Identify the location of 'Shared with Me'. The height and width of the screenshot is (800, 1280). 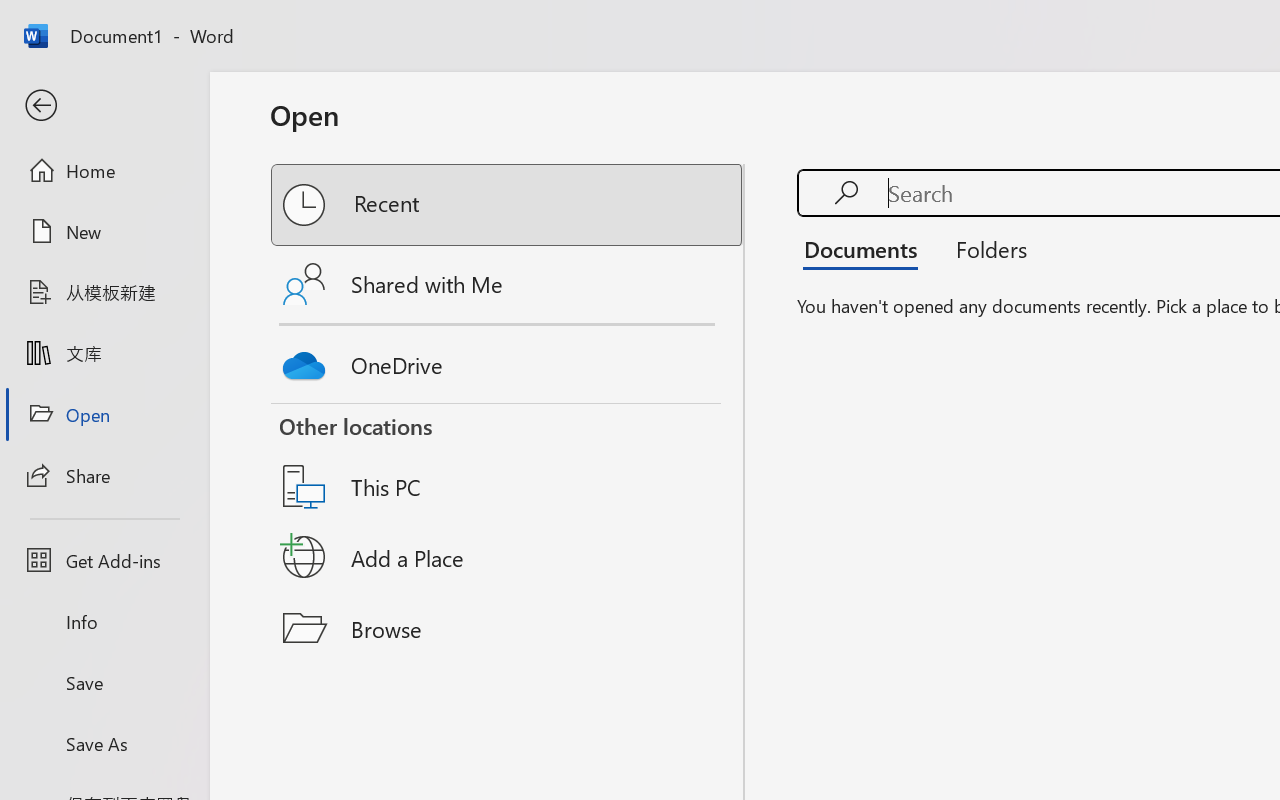
(508, 284).